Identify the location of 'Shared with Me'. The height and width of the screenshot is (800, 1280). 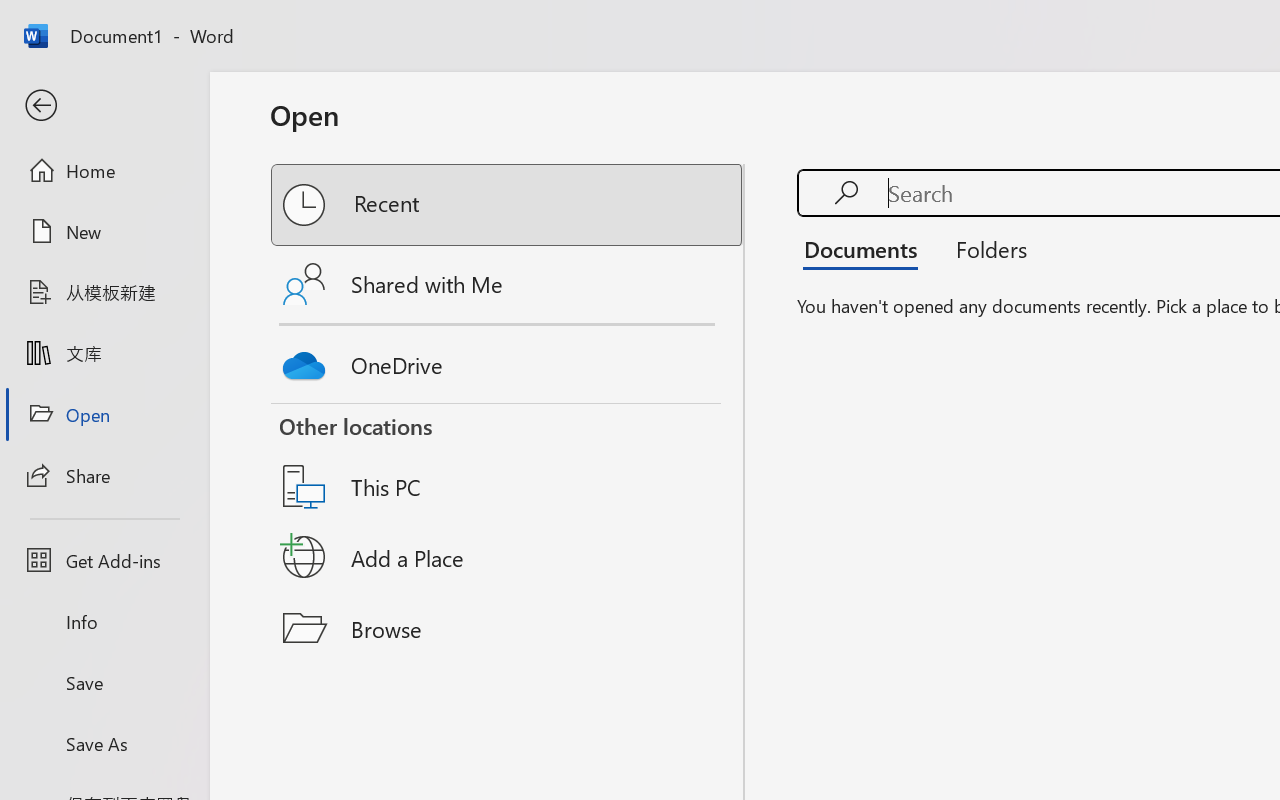
(508, 284).